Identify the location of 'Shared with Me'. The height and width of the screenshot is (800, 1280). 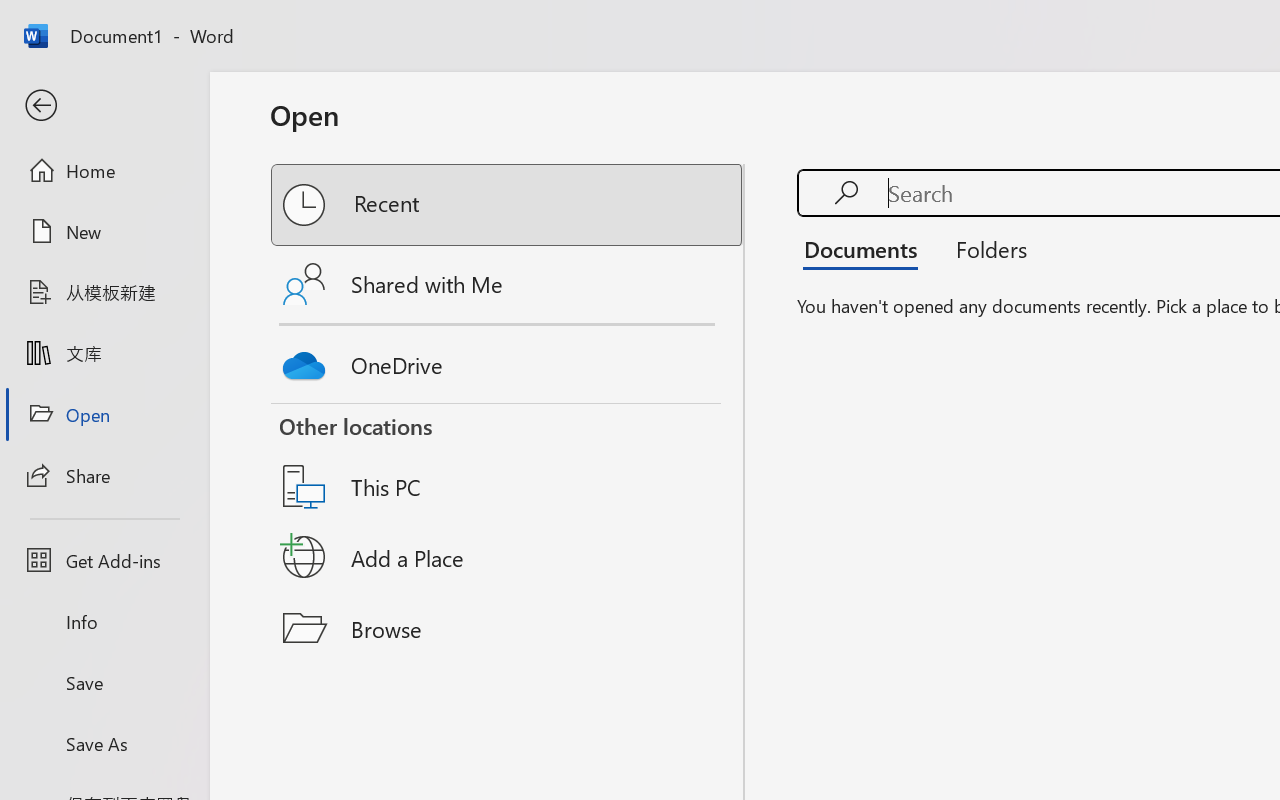
(508, 284).